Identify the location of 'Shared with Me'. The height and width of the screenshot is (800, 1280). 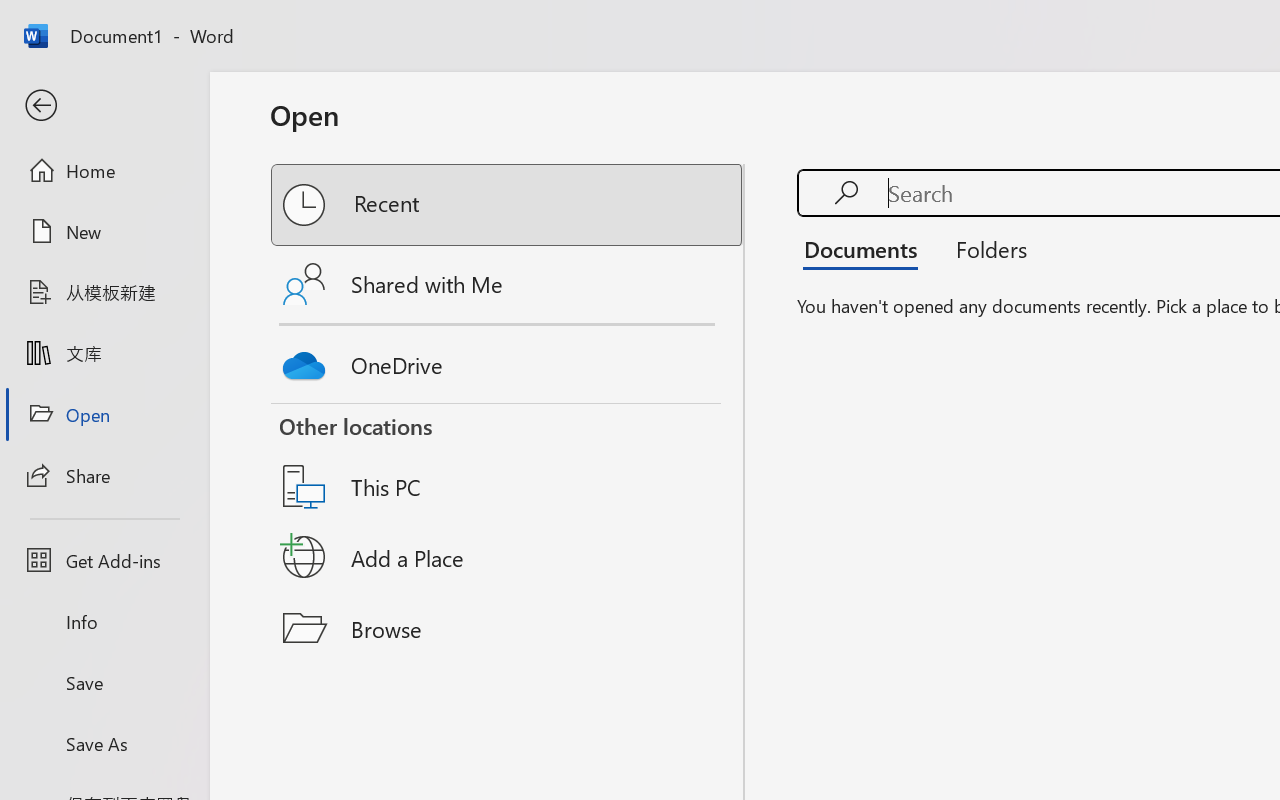
(508, 284).